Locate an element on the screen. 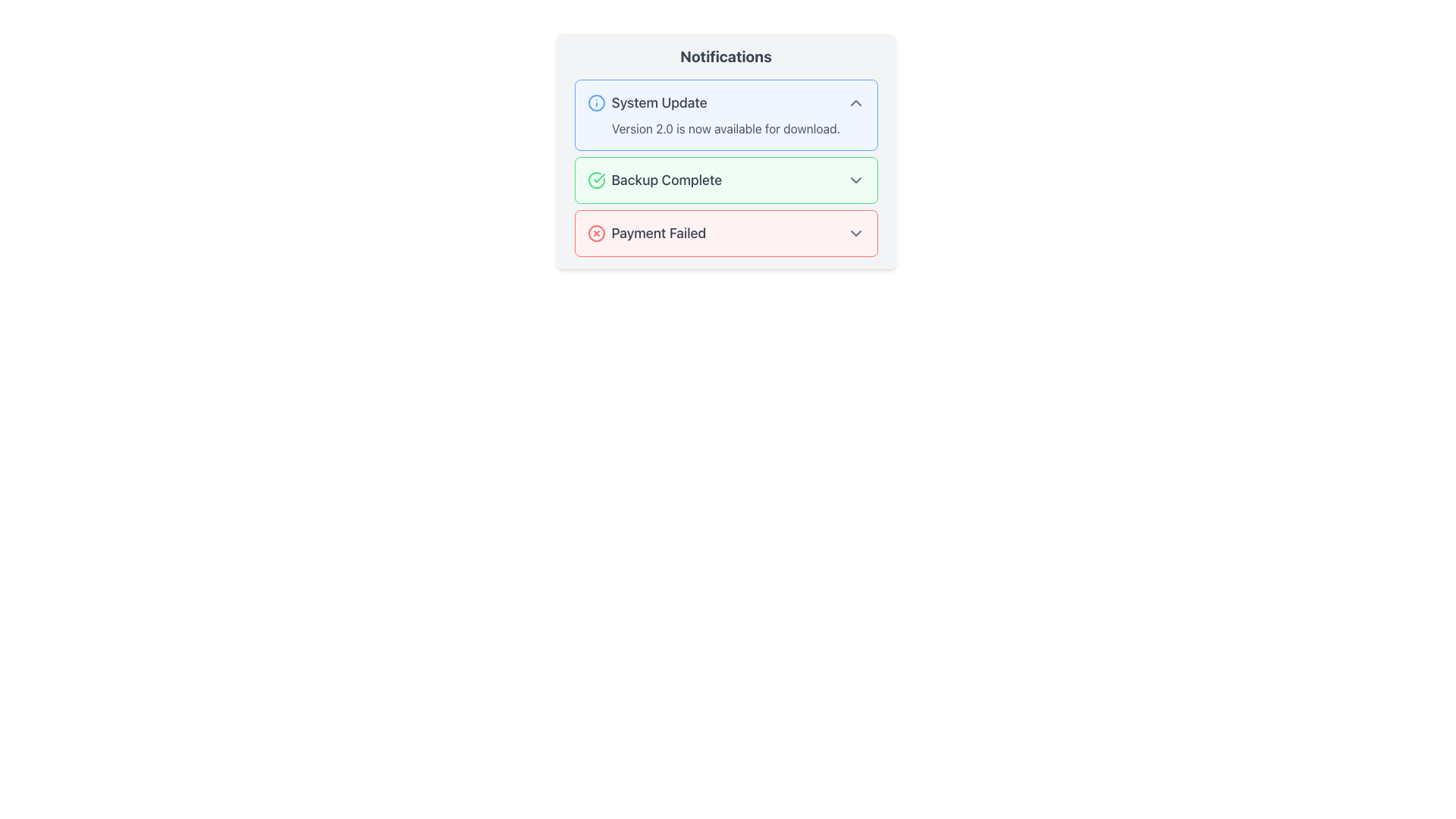 The height and width of the screenshot is (819, 1456). text content of the Header label displaying 'System Update', which is located at the top of the notification items under 'Notifications' is located at coordinates (647, 102).